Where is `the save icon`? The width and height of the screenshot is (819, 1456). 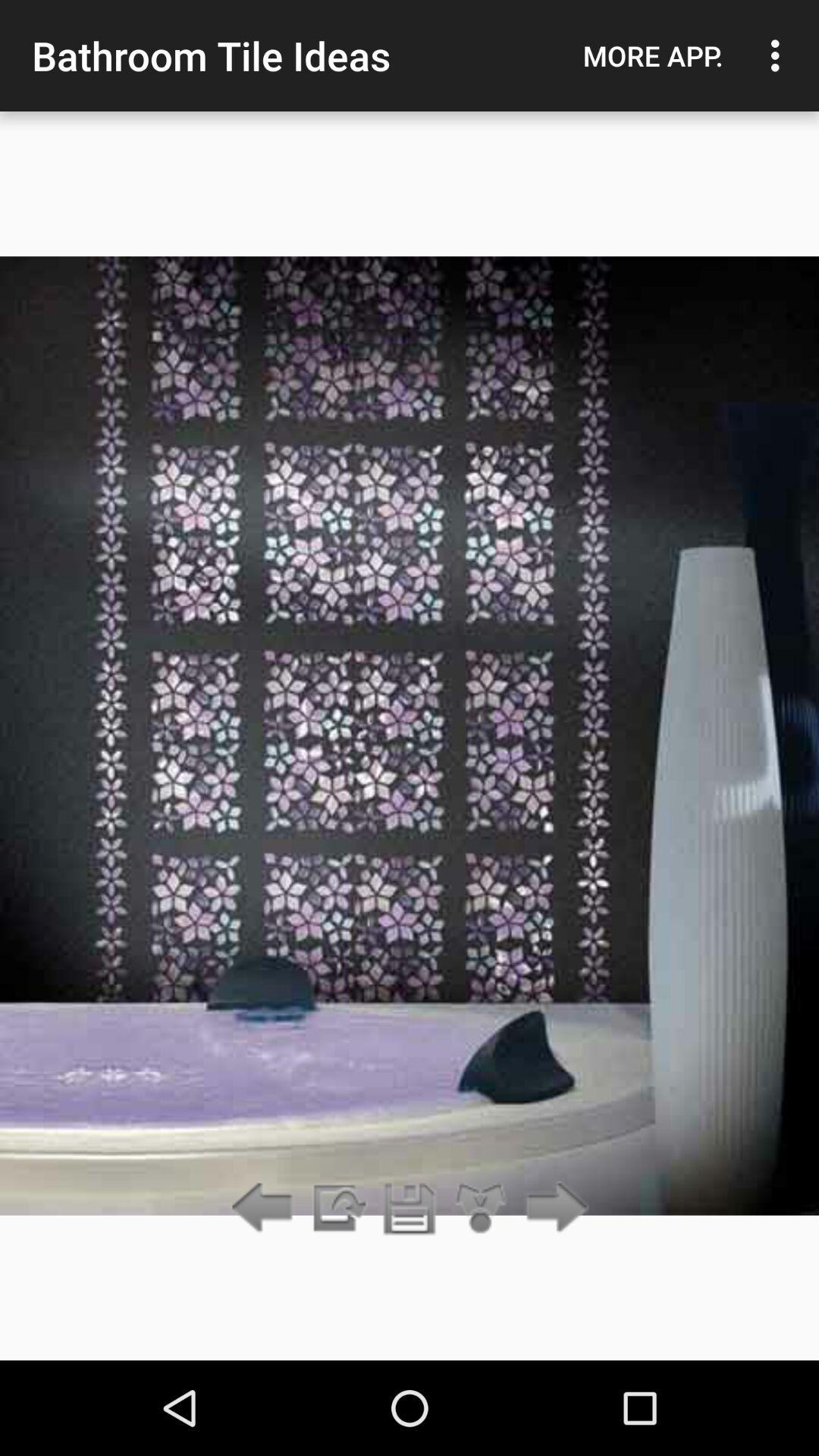
the save icon is located at coordinates (409, 1208).